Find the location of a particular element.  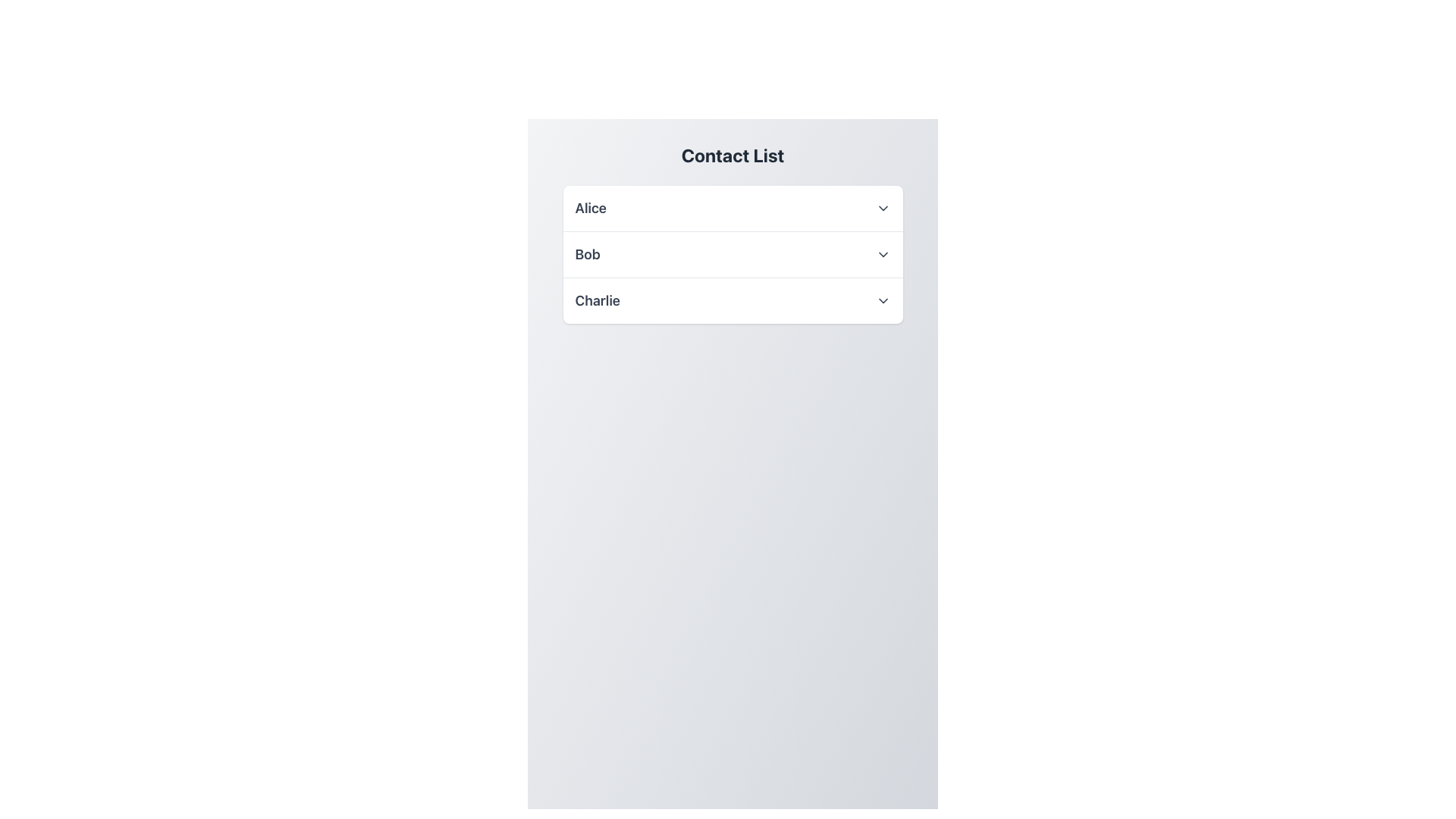

the button for 'Alice' in the contact list is located at coordinates (733, 208).